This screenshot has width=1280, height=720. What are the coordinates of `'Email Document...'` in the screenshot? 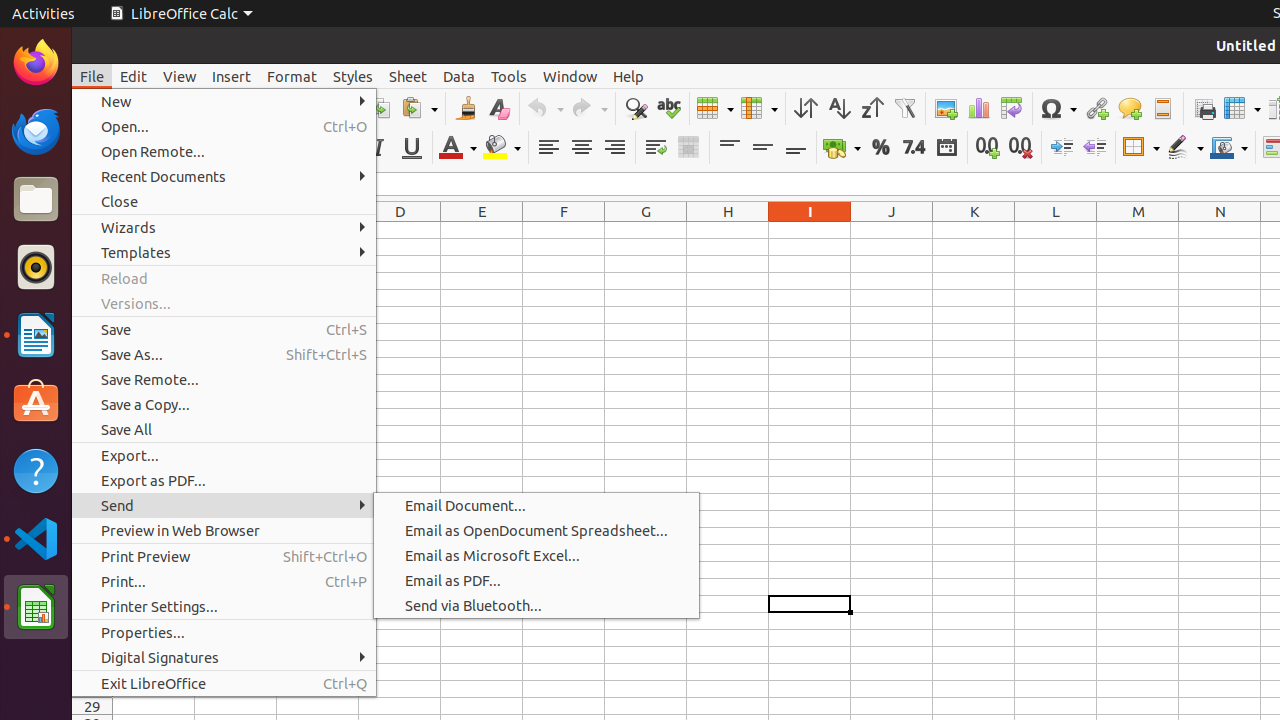 It's located at (536, 504).